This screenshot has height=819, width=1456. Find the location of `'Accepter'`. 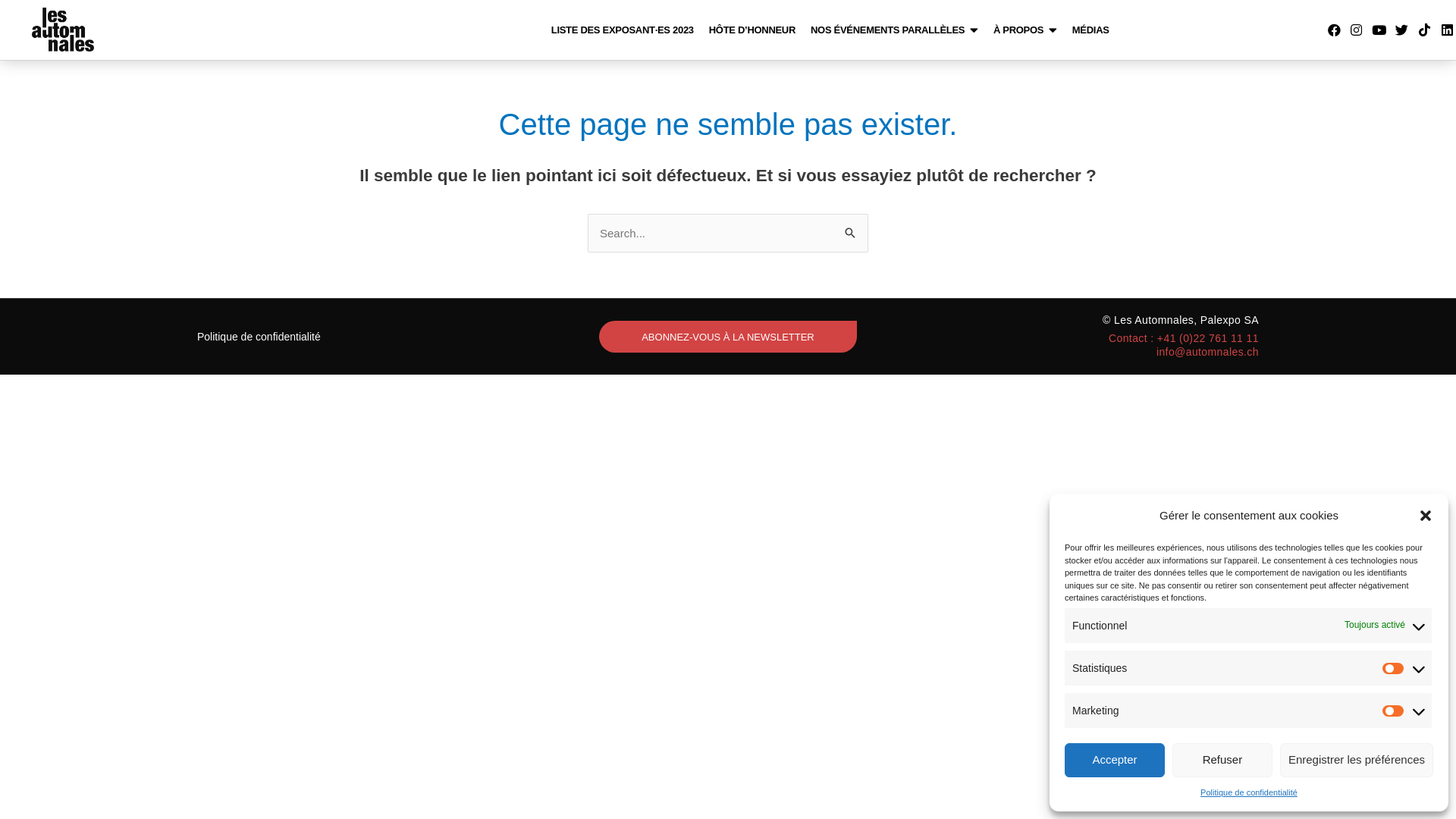

'Accepter' is located at coordinates (1063, 760).